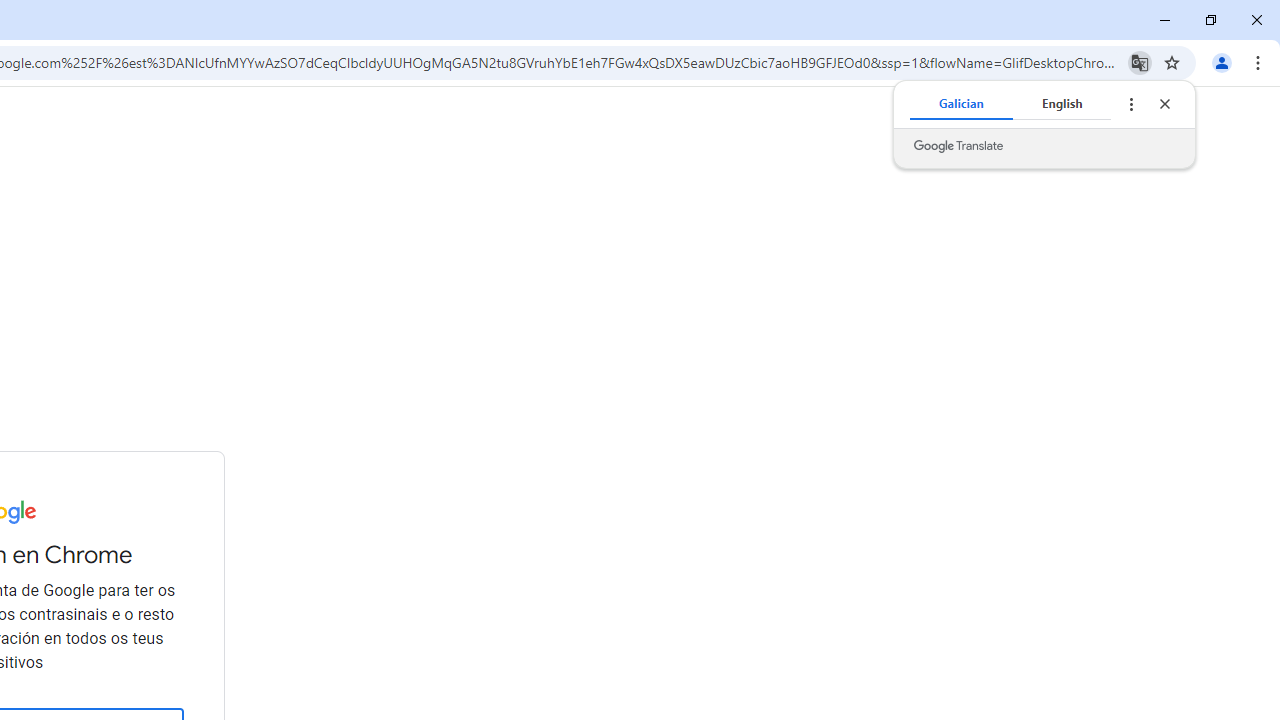  What do you see at coordinates (961, 104) in the screenshot?
I see `'Galician'` at bounding box center [961, 104].